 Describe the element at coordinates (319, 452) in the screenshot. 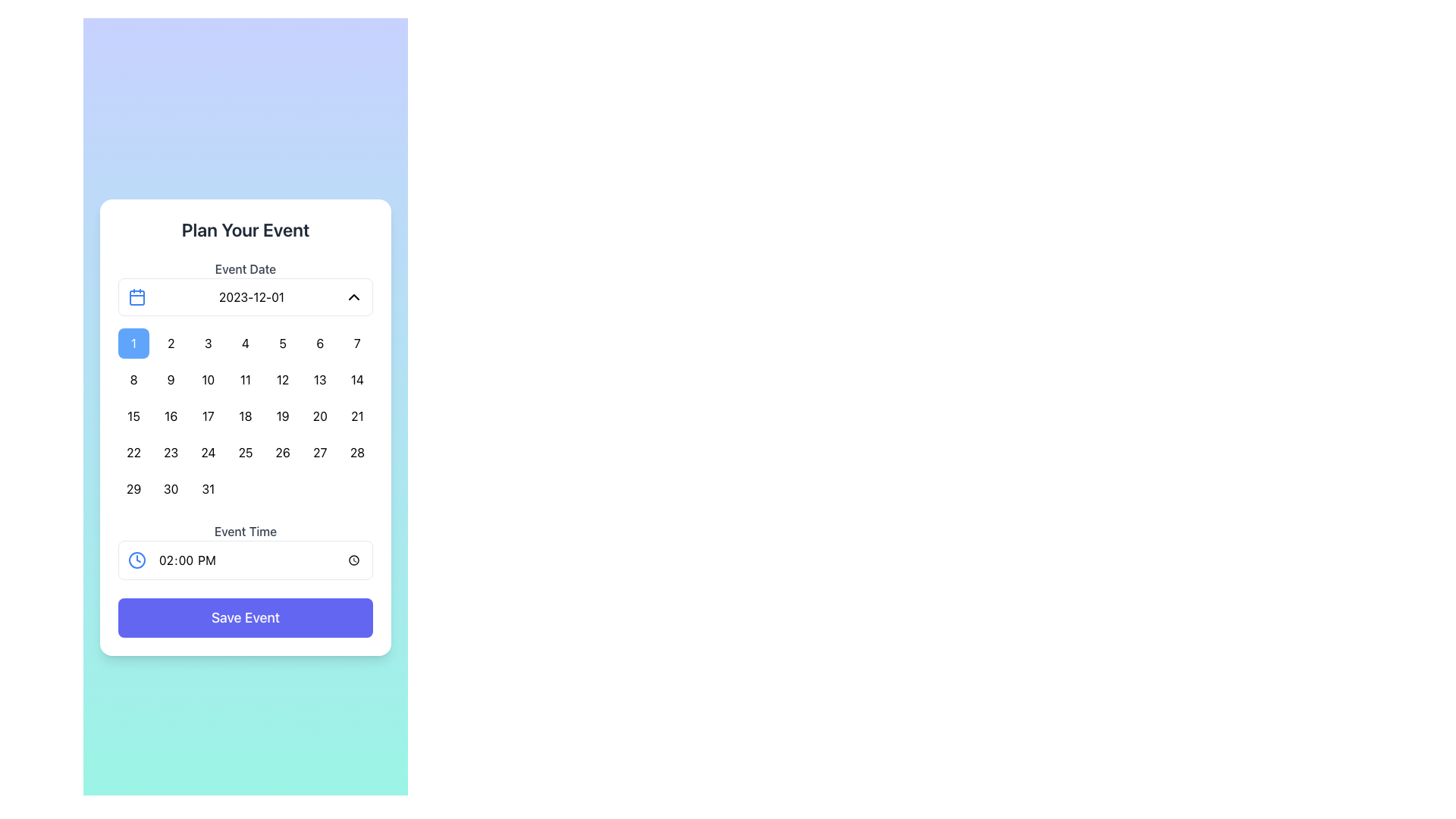

I see `the rounded rectangular button displaying the number '27'` at that location.